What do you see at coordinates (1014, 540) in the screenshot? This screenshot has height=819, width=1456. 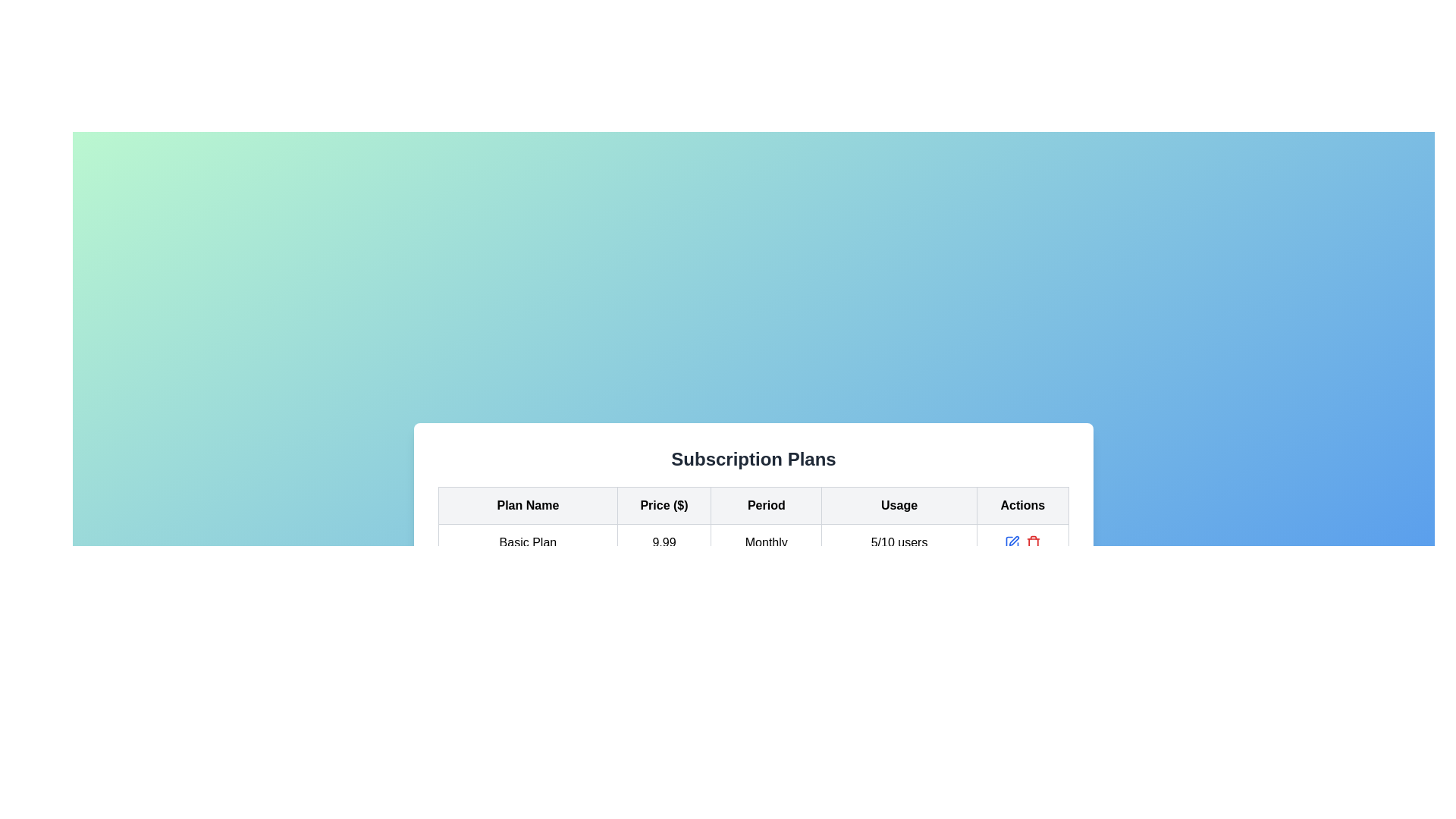 I see `the small icon with a pen overlaying a square in the 'Actions' column of the subscription table` at bounding box center [1014, 540].